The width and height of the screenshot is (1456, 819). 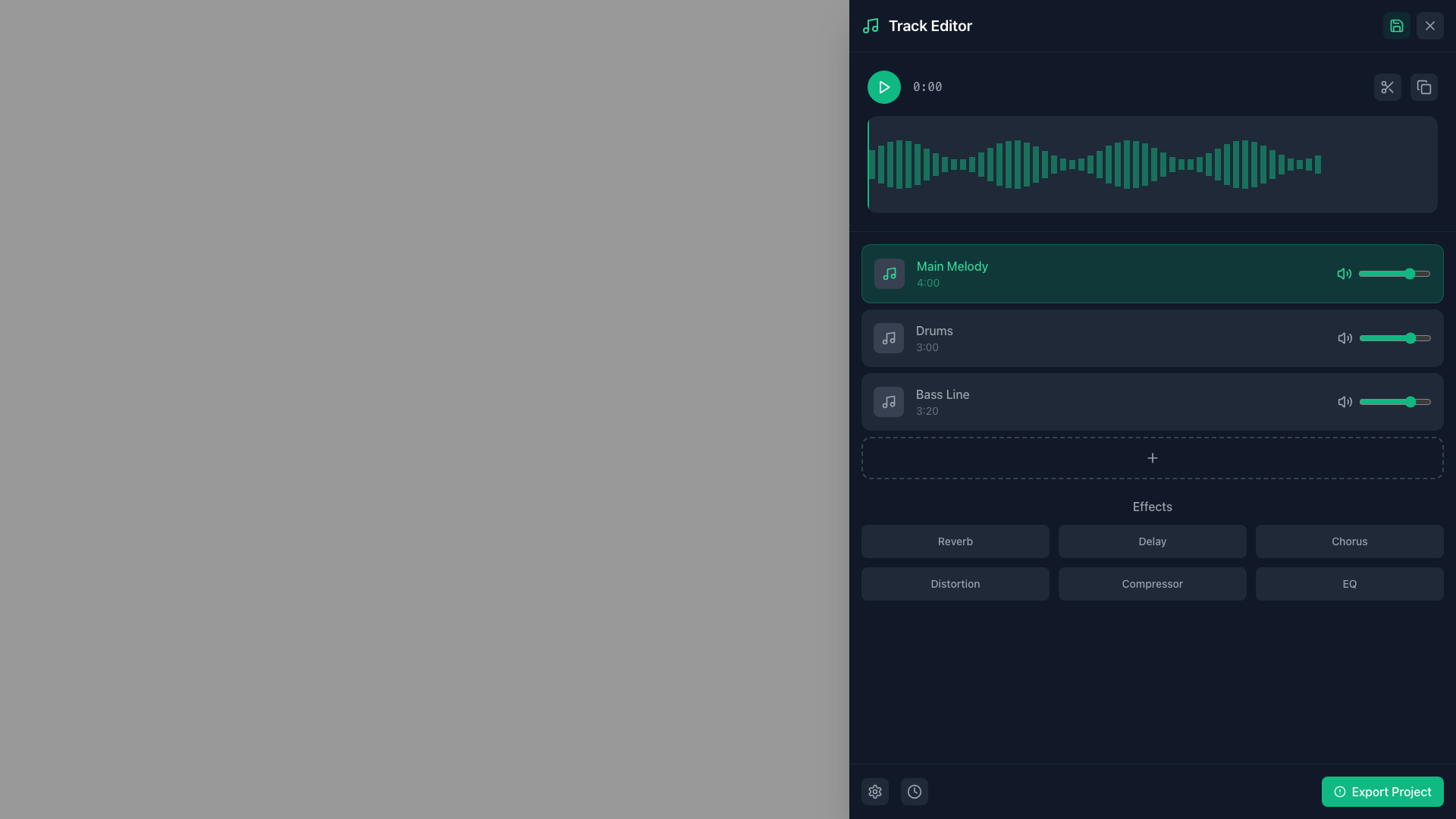 I want to click on the 14th vertical bar in the waveform segment indicator, which visually represents a portion of the audio track's intensity or frequency, so click(x=990, y=164).